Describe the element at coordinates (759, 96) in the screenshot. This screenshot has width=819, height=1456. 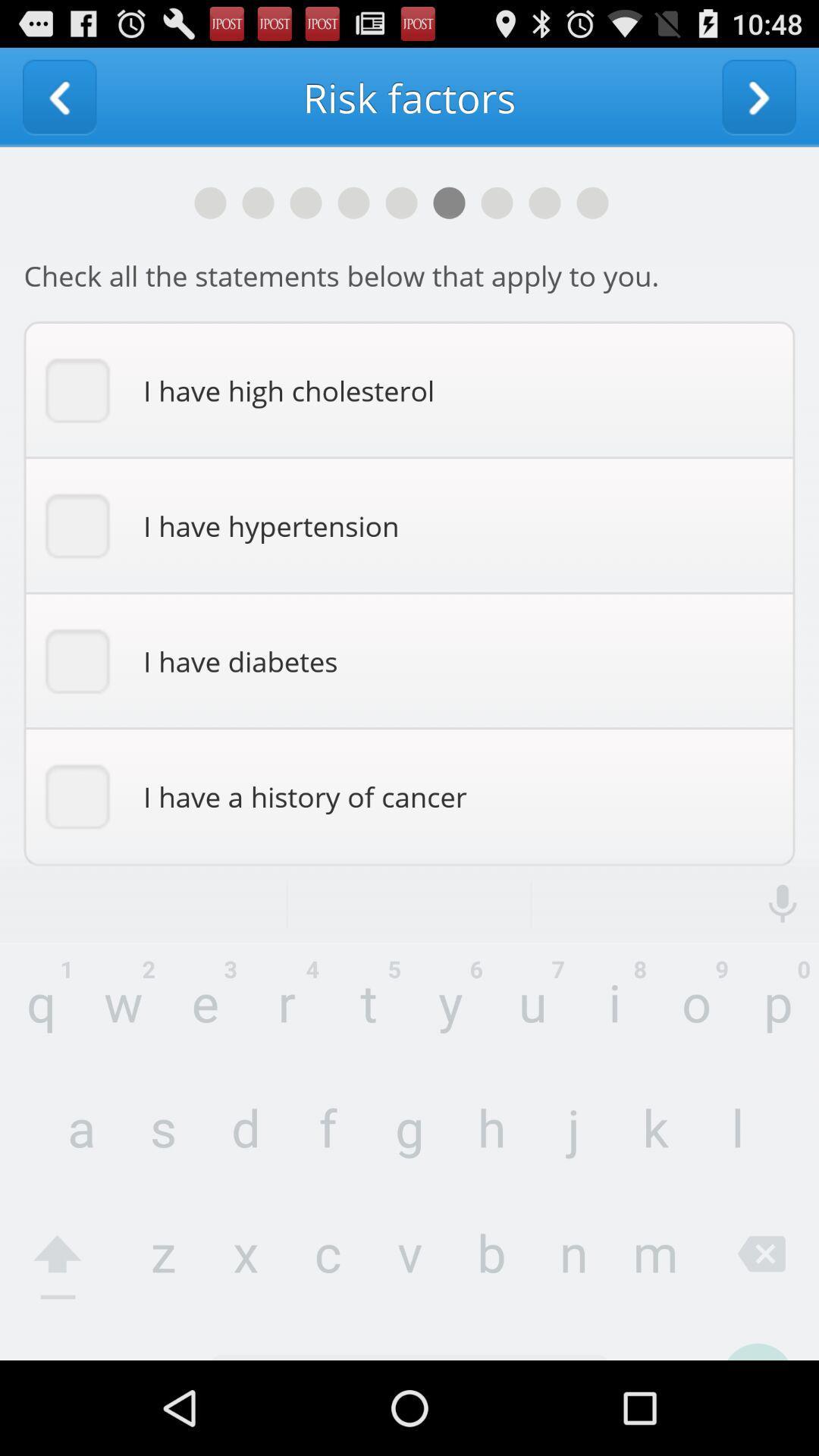
I see `go forward` at that location.